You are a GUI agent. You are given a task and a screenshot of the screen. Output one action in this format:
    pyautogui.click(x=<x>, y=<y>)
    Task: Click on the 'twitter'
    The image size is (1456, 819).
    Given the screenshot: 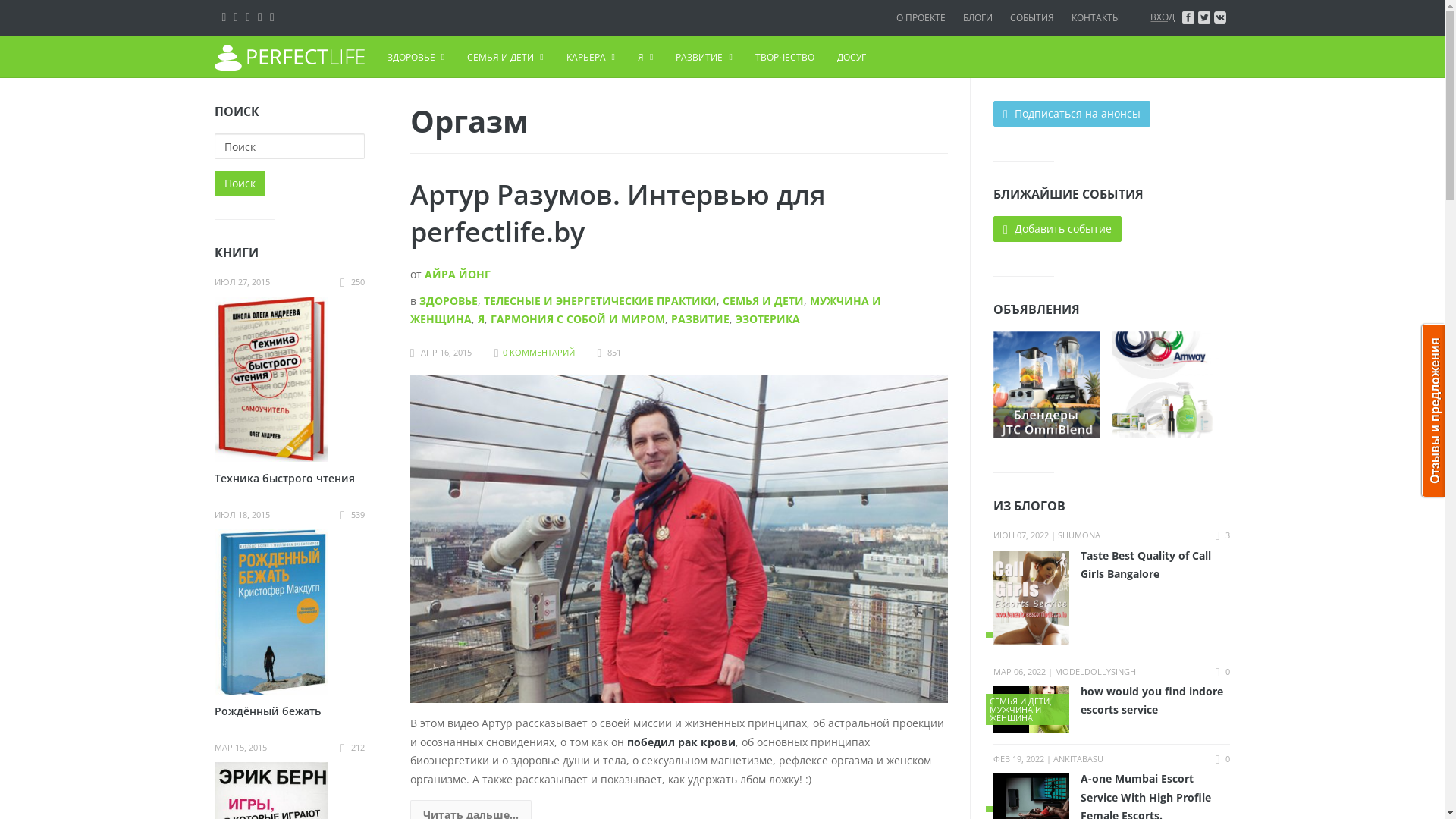 What is the action you would take?
    pyautogui.click(x=1203, y=17)
    